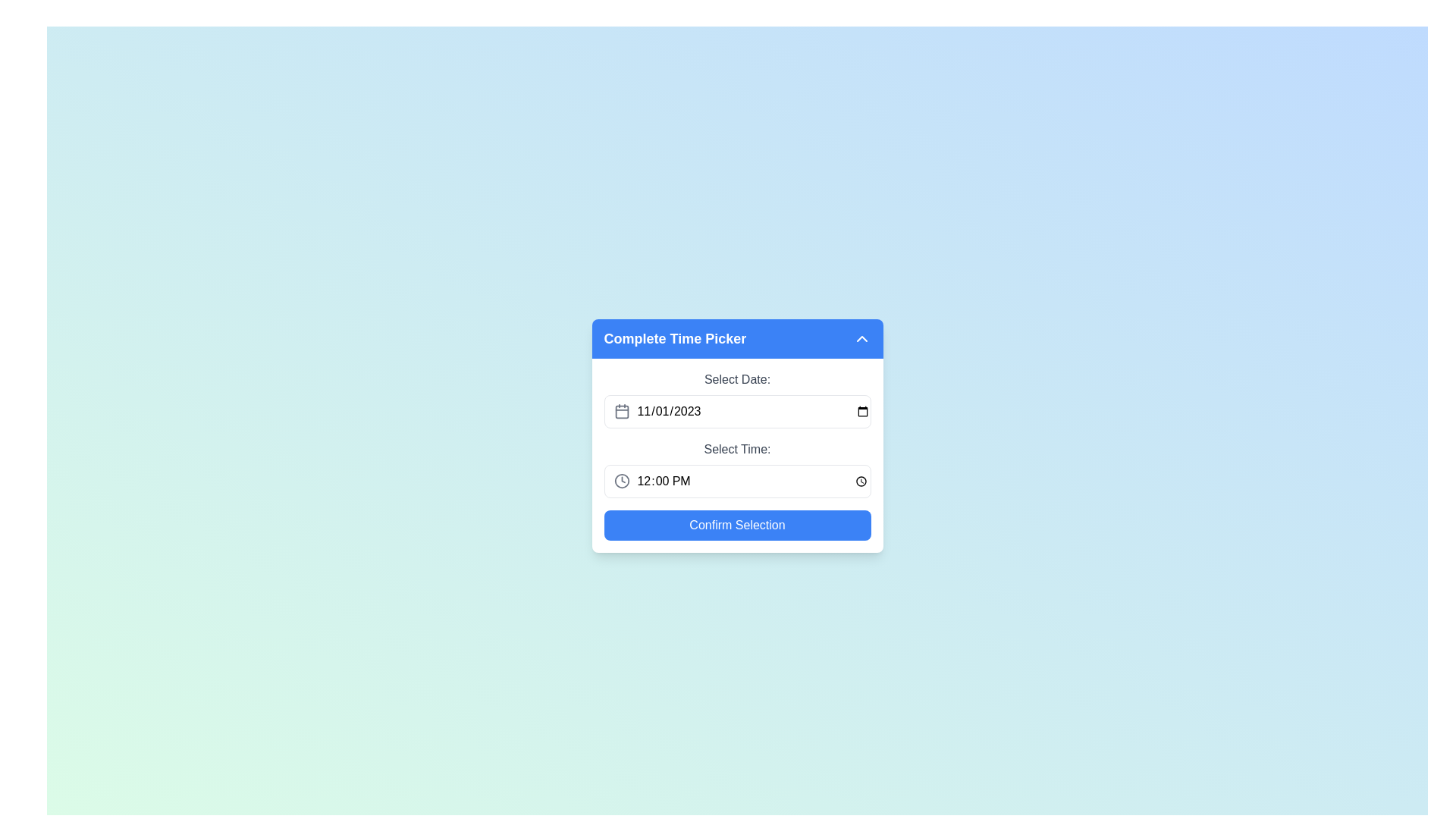  I want to click on the date selection icon located to the left of the input field in the 'Select Date' card, so click(622, 412).